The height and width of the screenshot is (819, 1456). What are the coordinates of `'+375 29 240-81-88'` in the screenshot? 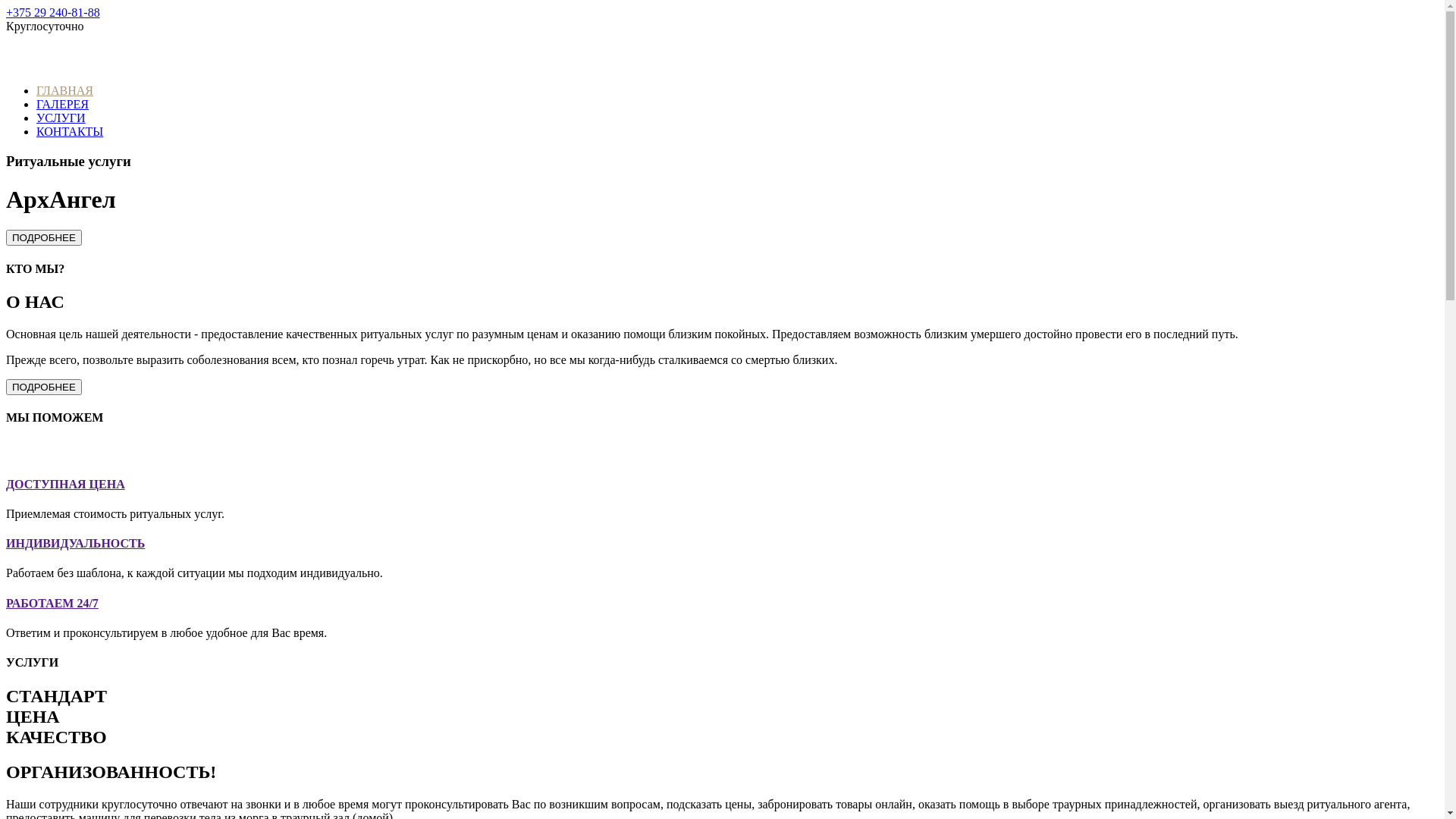 It's located at (53, 12).